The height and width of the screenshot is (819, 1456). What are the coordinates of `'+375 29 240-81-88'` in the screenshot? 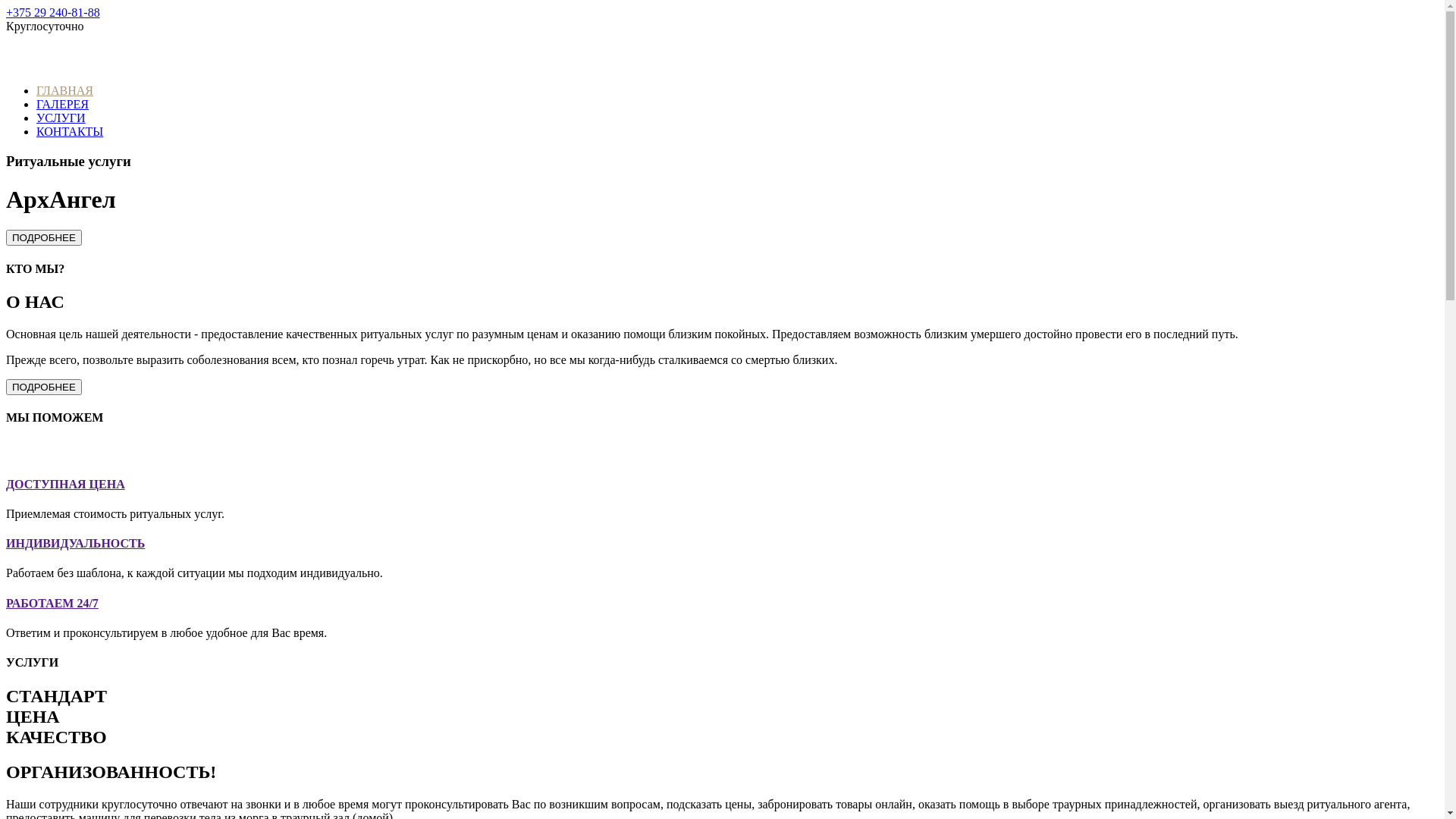 It's located at (53, 12).